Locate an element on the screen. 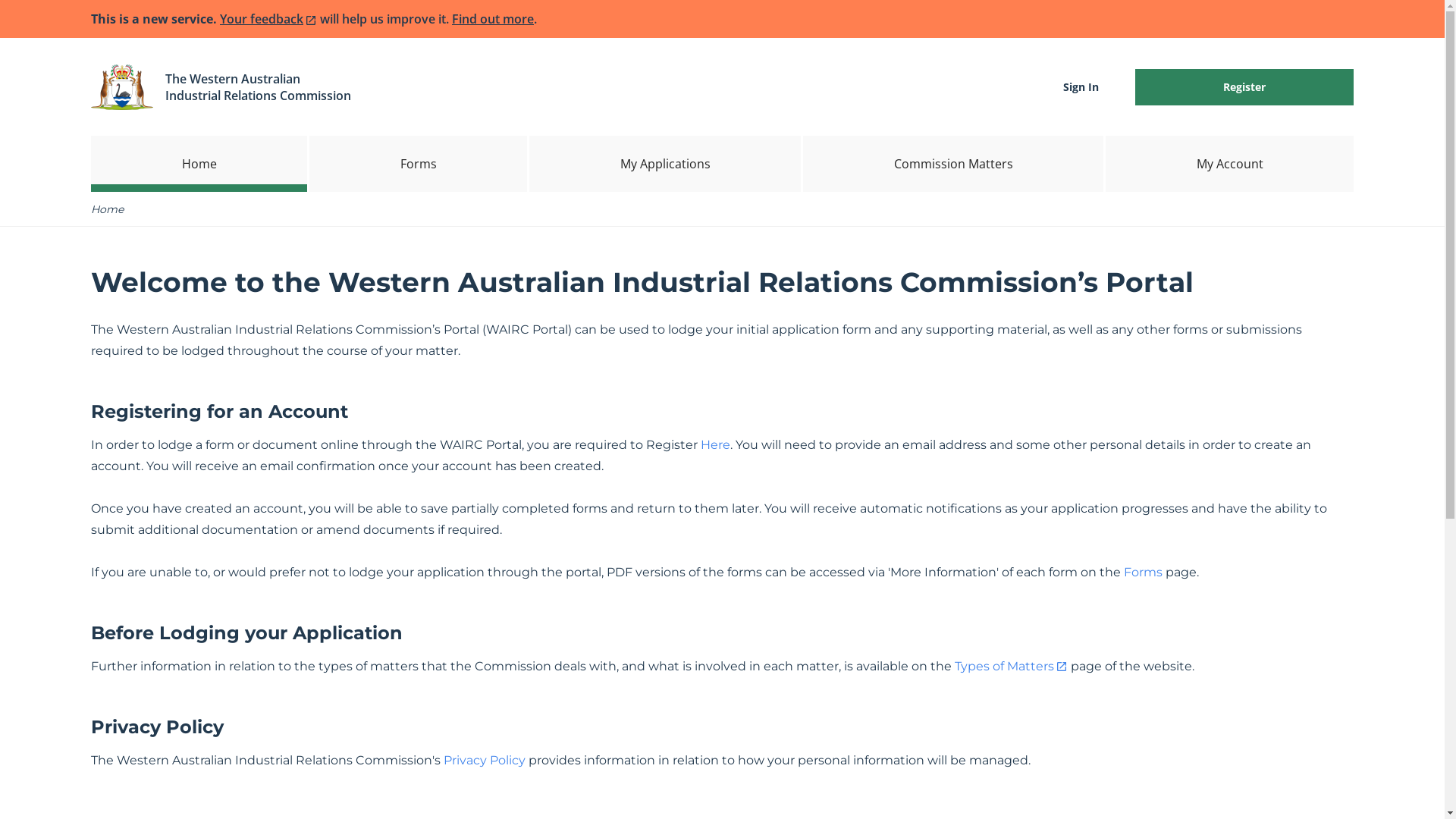 The image size is (1456, 819). 'Here' is located at coordinates (714, 444).